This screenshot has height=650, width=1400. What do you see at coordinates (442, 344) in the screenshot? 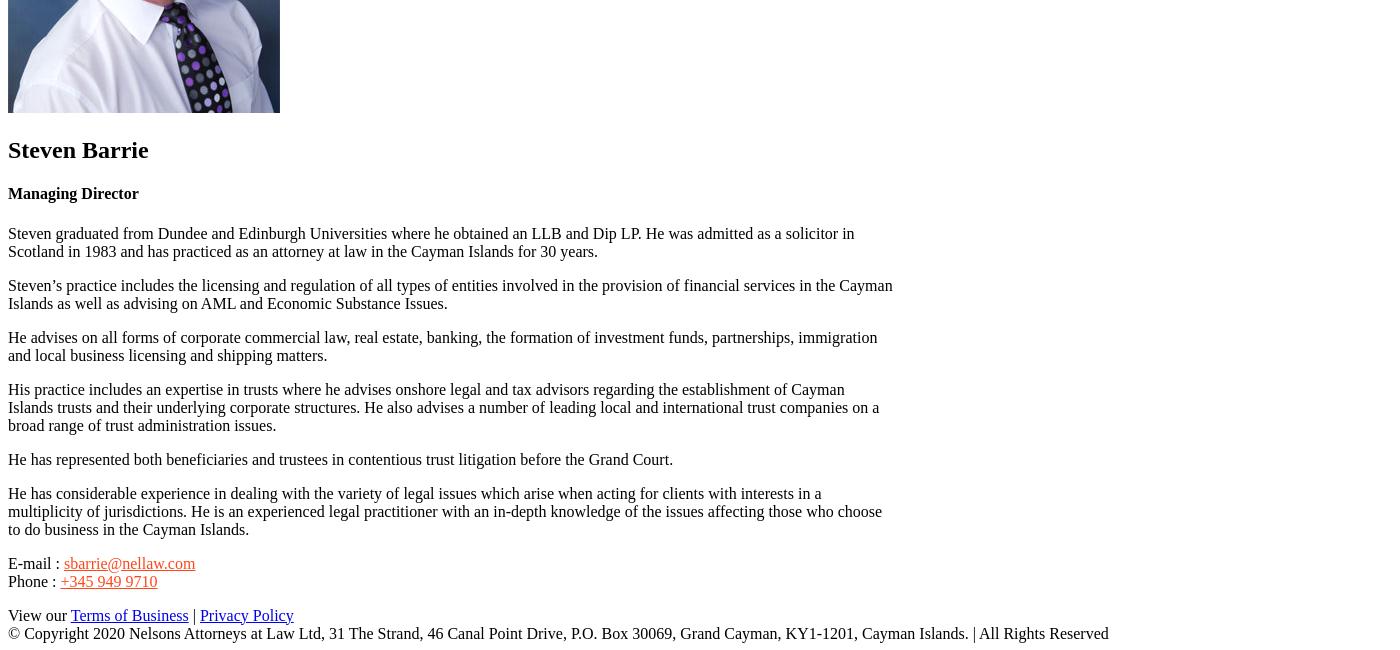
I see `'He advises on all forms of corporate commercial law, real estate, banking, the formation of investment funds, partnerships, immigration and local business licensing and shipping matters.'` at bounding box center [442, 344].